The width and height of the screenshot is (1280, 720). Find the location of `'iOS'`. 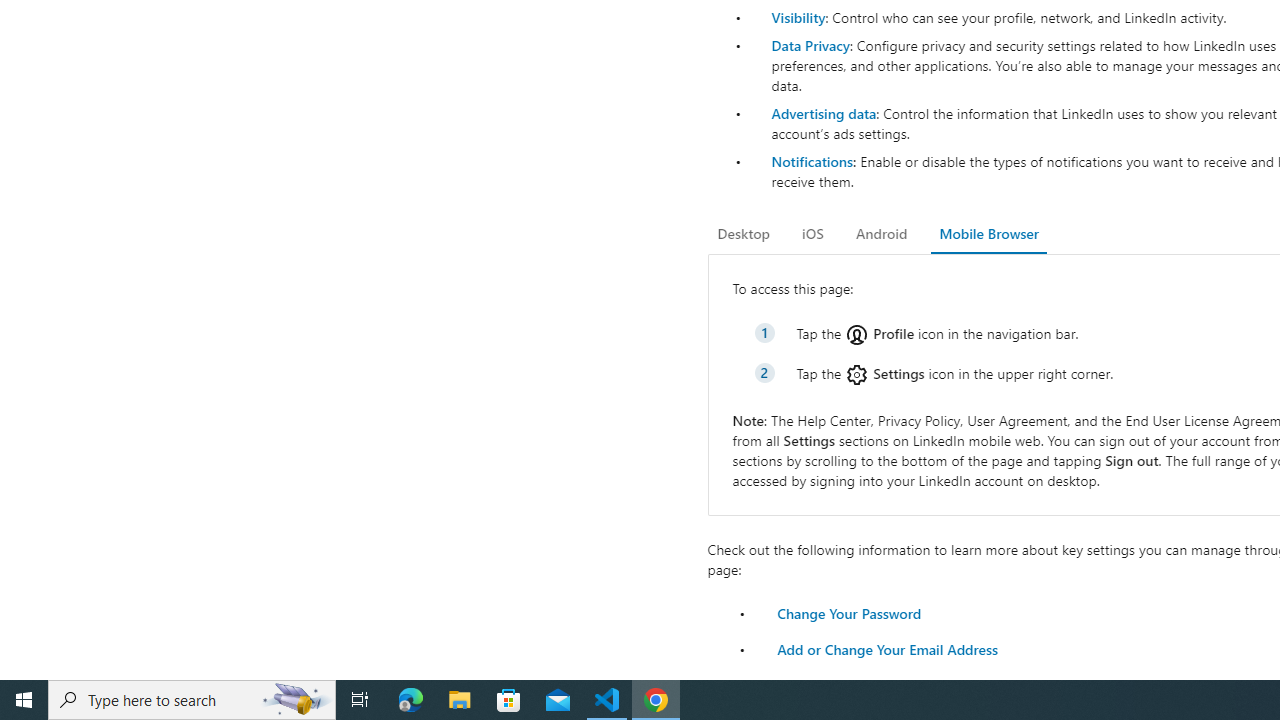

'iOS' is located at coordinates (812, 233).